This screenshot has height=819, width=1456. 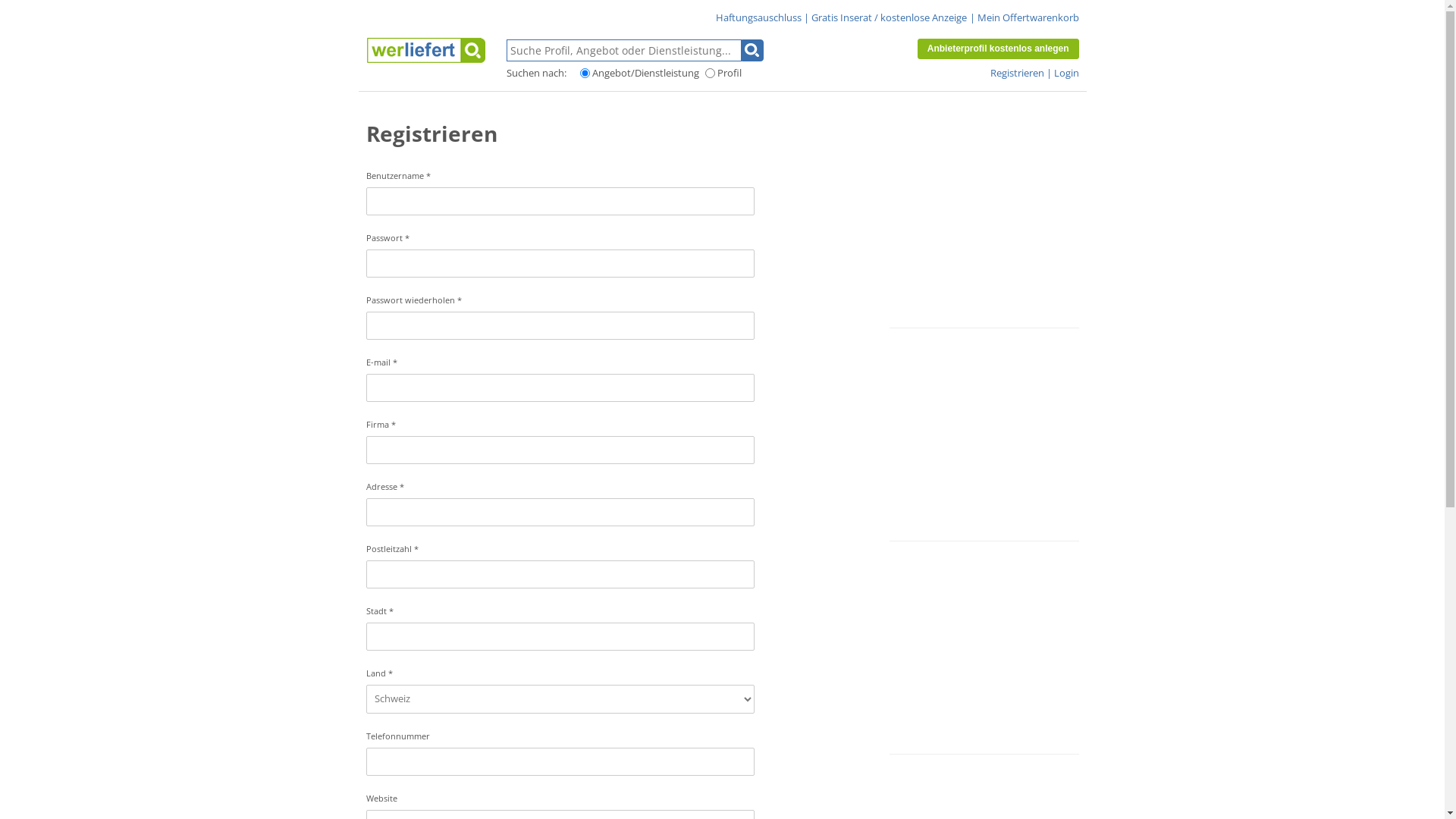 I want to click on 'Advertisement', so click(x=983, y=647).